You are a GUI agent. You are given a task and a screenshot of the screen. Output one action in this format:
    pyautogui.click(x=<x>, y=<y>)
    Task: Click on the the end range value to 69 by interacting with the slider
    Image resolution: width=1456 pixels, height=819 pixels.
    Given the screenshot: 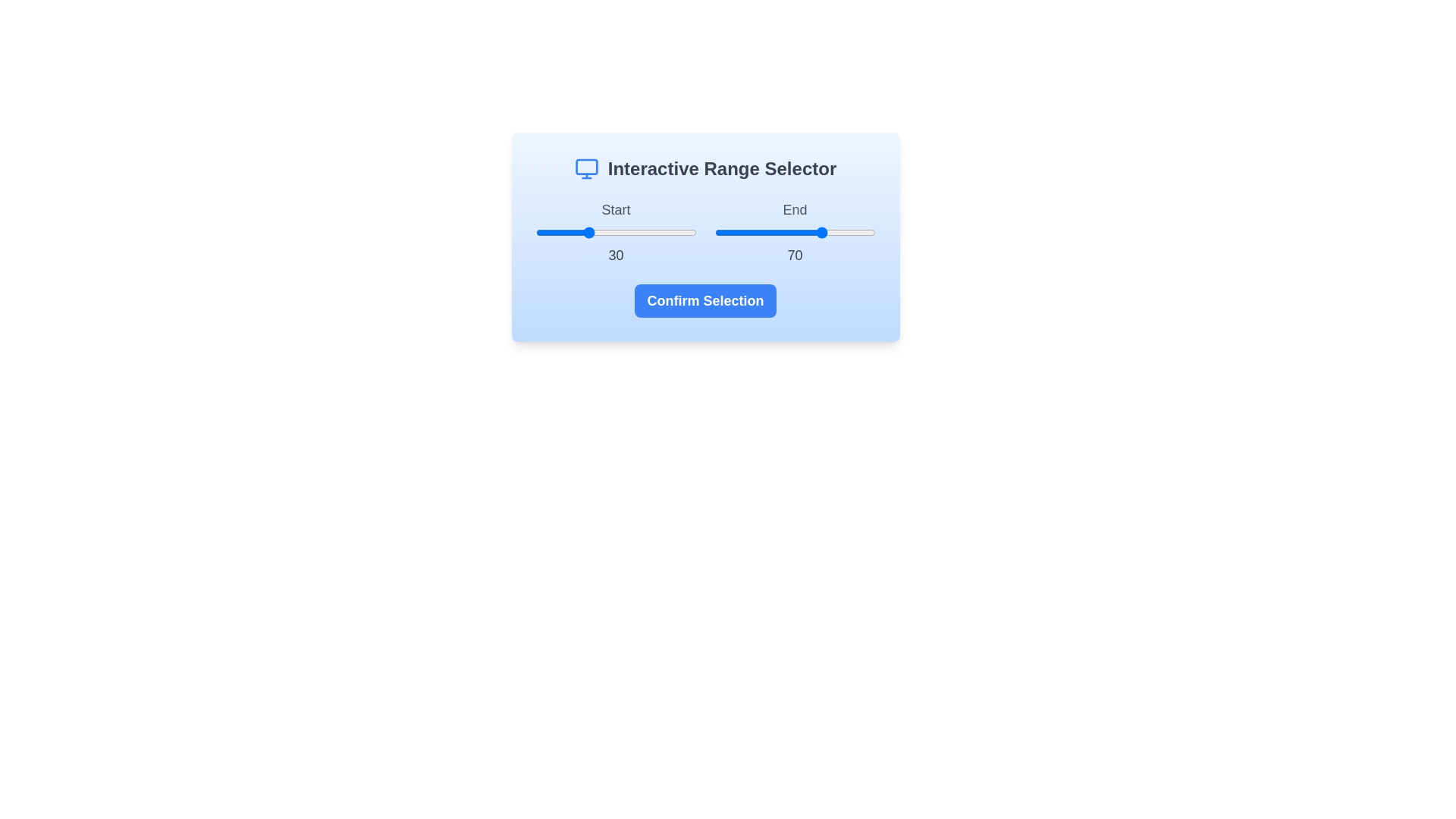 What is the action you would take?
    pyautogui.click(x=824, y=233)
    